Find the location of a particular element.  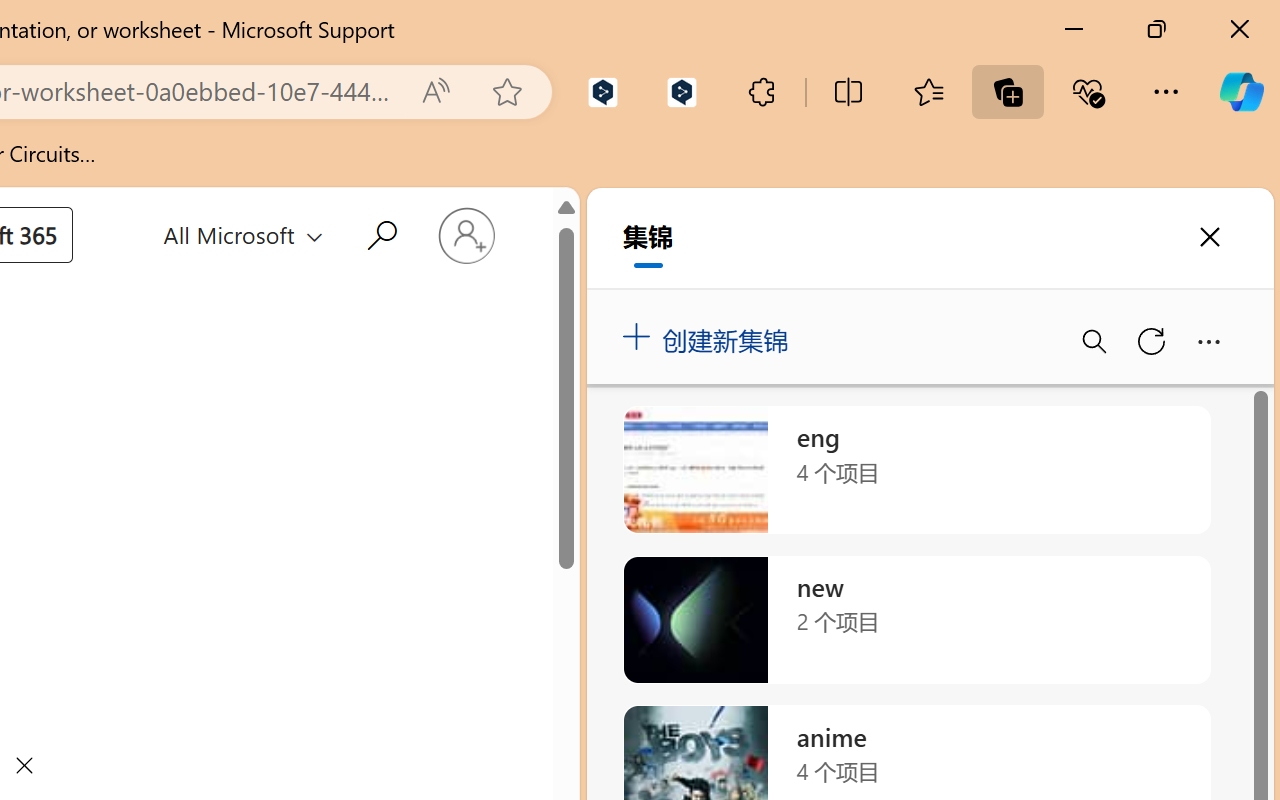

'Sign in to your account' is located at coordinates (464, 234).